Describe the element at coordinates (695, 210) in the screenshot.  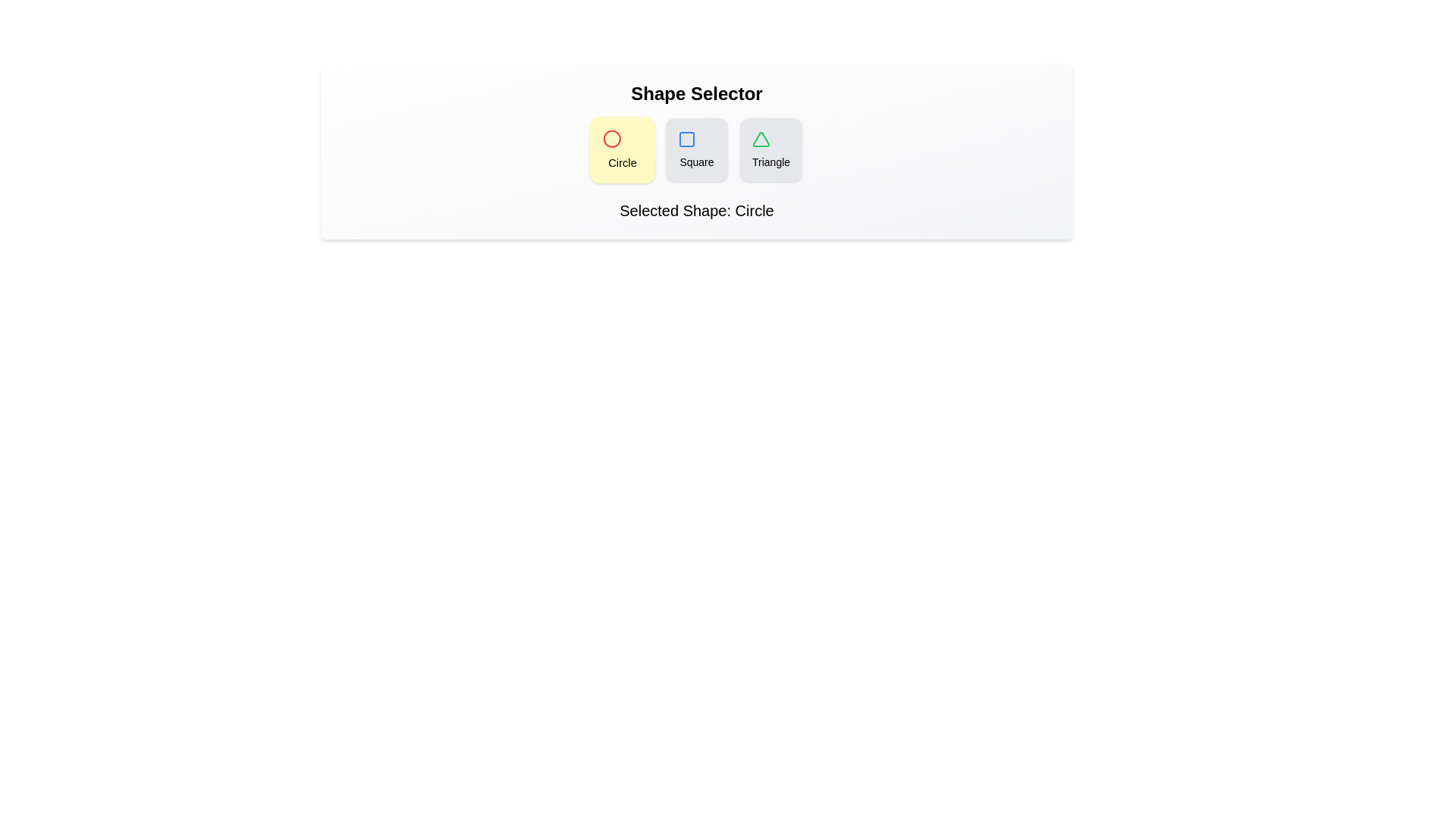
I see `the text of the element displaying the selected shape` at that location.